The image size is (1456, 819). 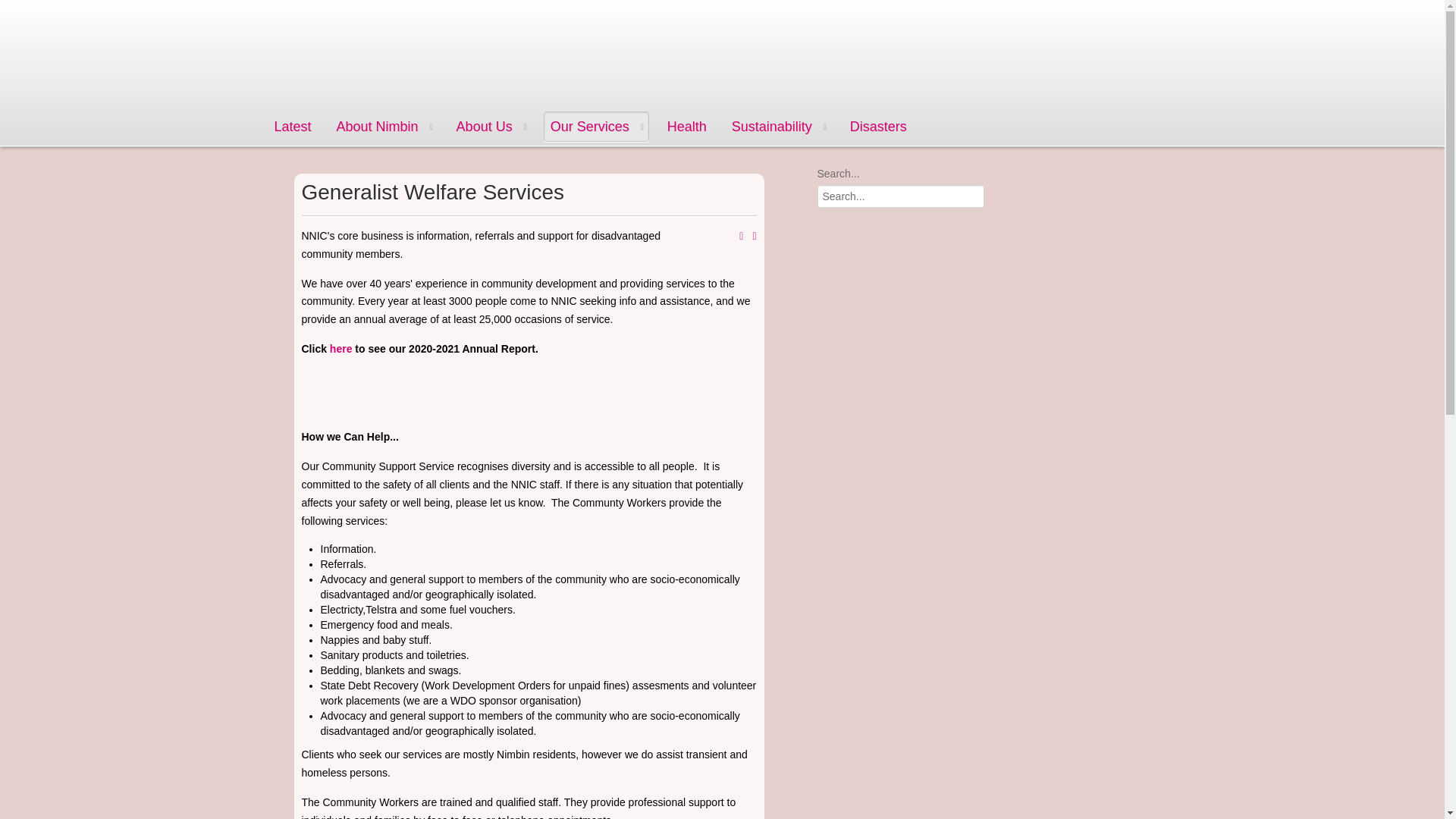 What do you see at coordinates (754, 236) in the screenshot?
I see `'Email'` at bounding box center [754, 236].